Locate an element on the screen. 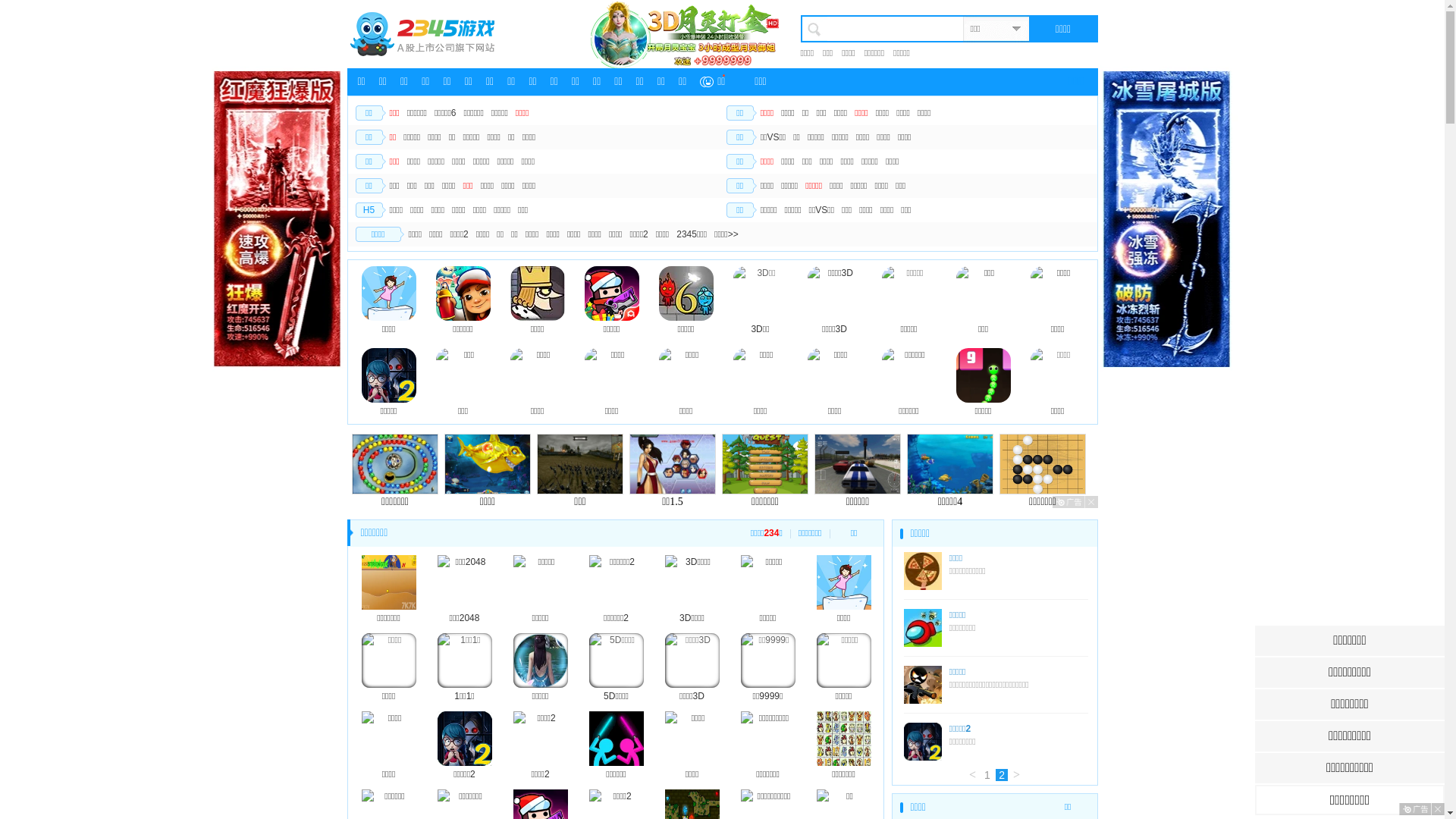 This screenshot has height=819, width=1456. '<' is located at coordinates (971, 775).